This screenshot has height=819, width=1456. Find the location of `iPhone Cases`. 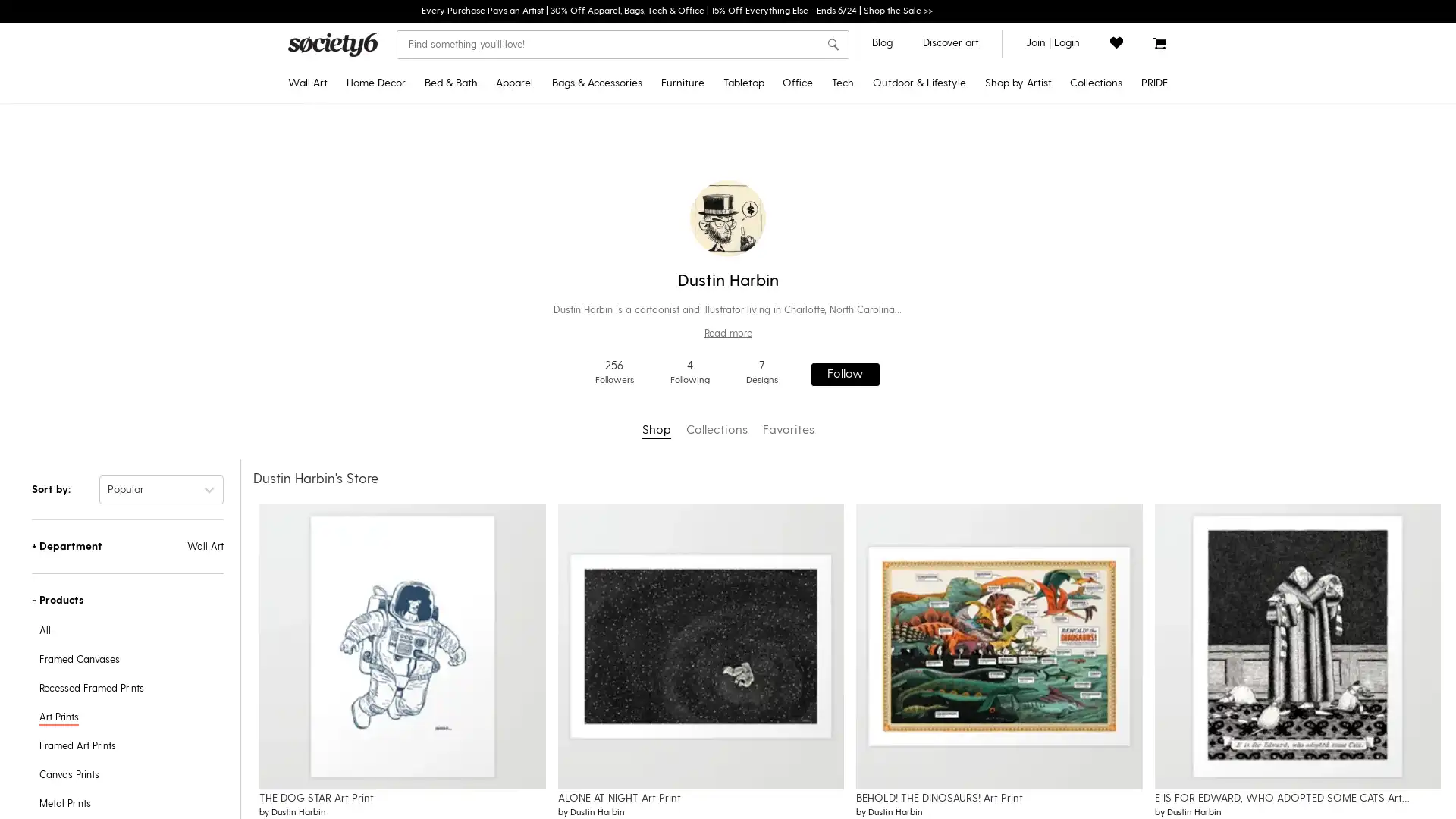

iPhone Cases is located at coordinates (896, 121).